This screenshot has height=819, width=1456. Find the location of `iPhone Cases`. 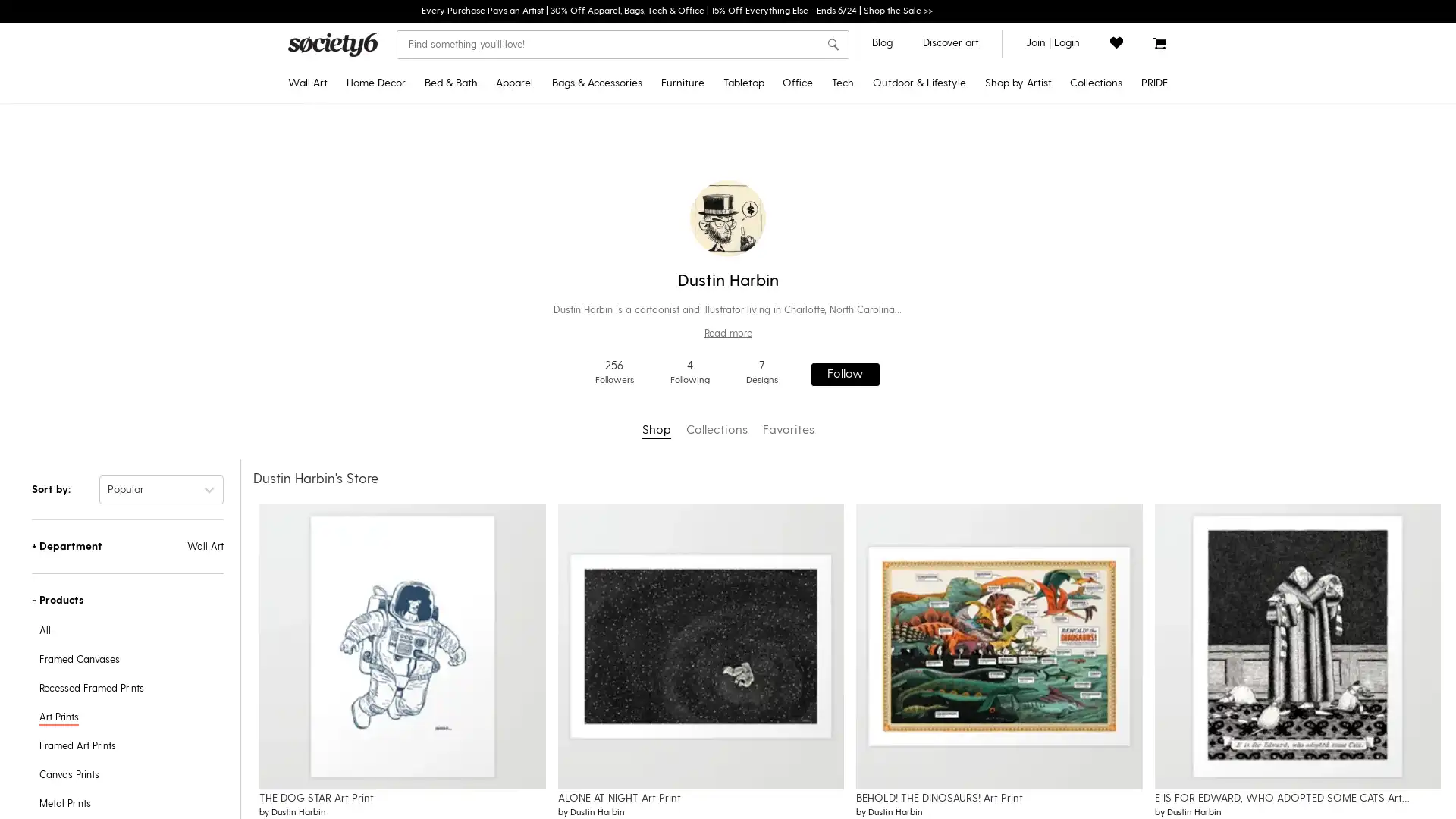

iPhone Cases is located at coordinates (896, 121).